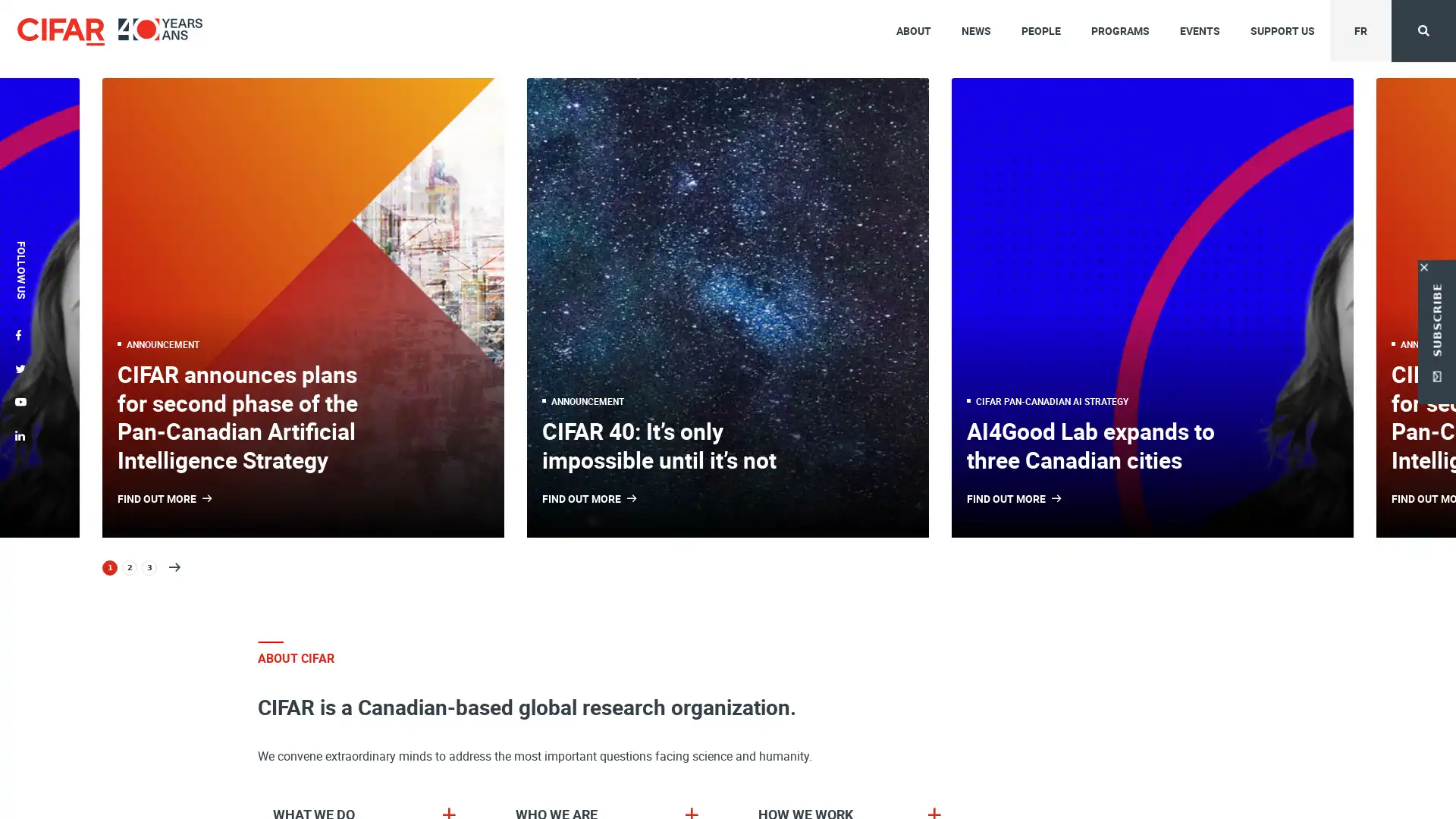 Image resolution: width=1456 pixels, height=819 pixels. I want to click on Hide the subscribe button, so click(1425, 262).